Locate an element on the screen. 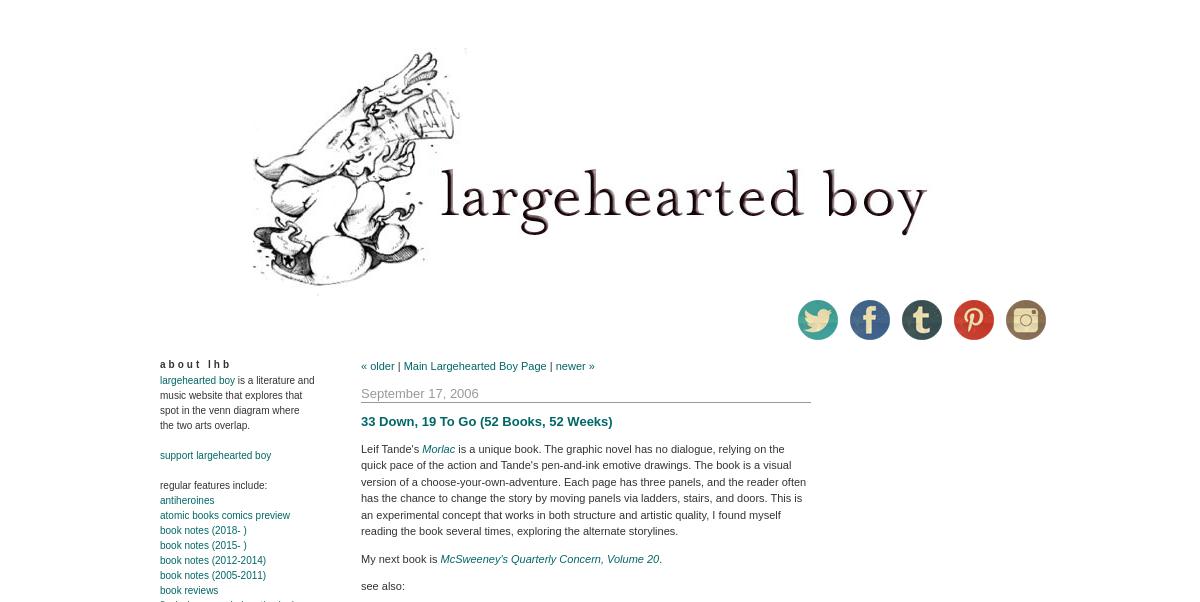 This screenshot has width=1200, height=602. 'Book Notes (2015- )' is located at coordinates (202, 544).